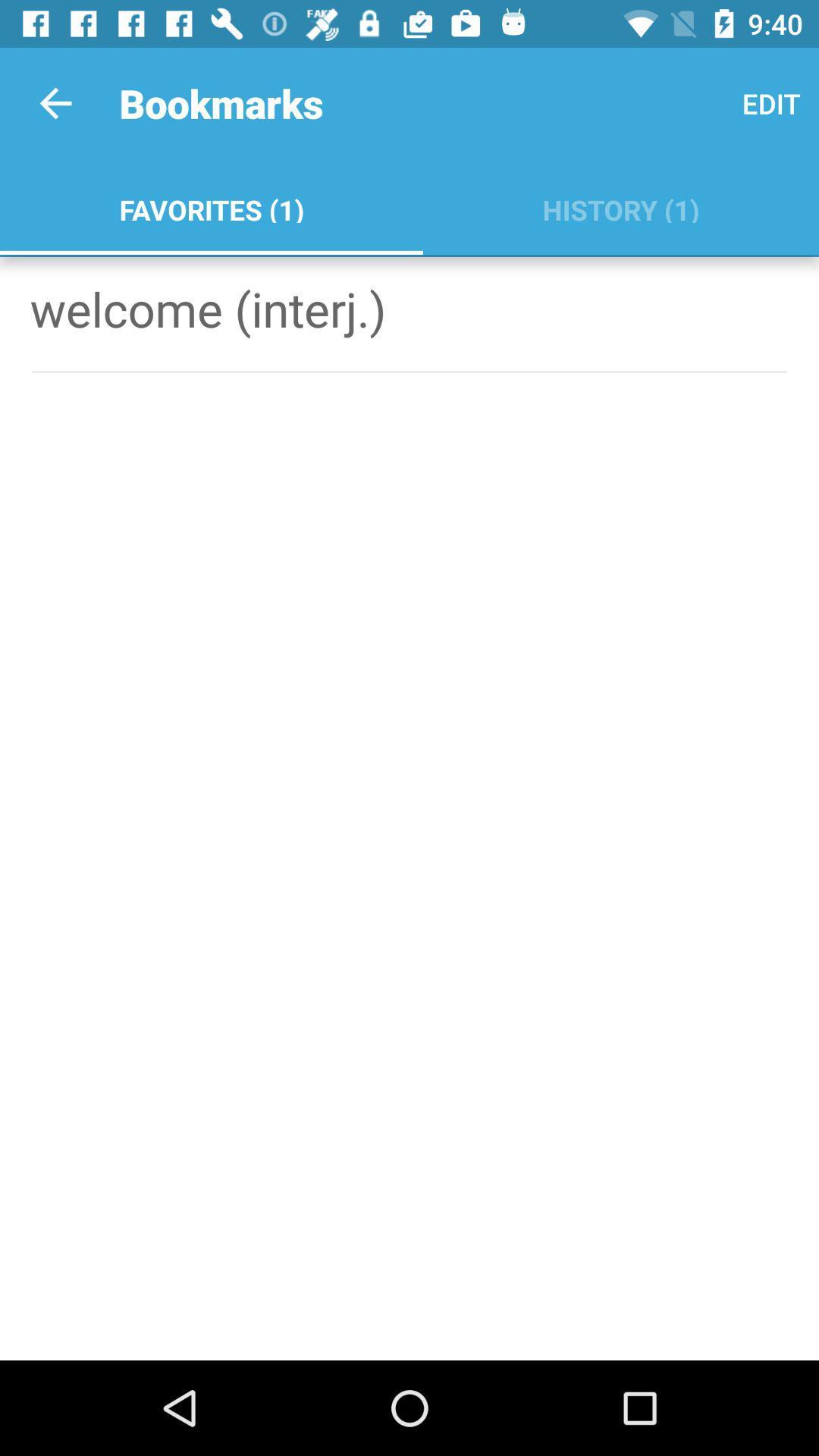 Image resolution: width=819 pixels, height=1456 pixels. Describe the element at coordinates (620, 206) in the screenshot. I see `app next to favorites (1) app` at that location.